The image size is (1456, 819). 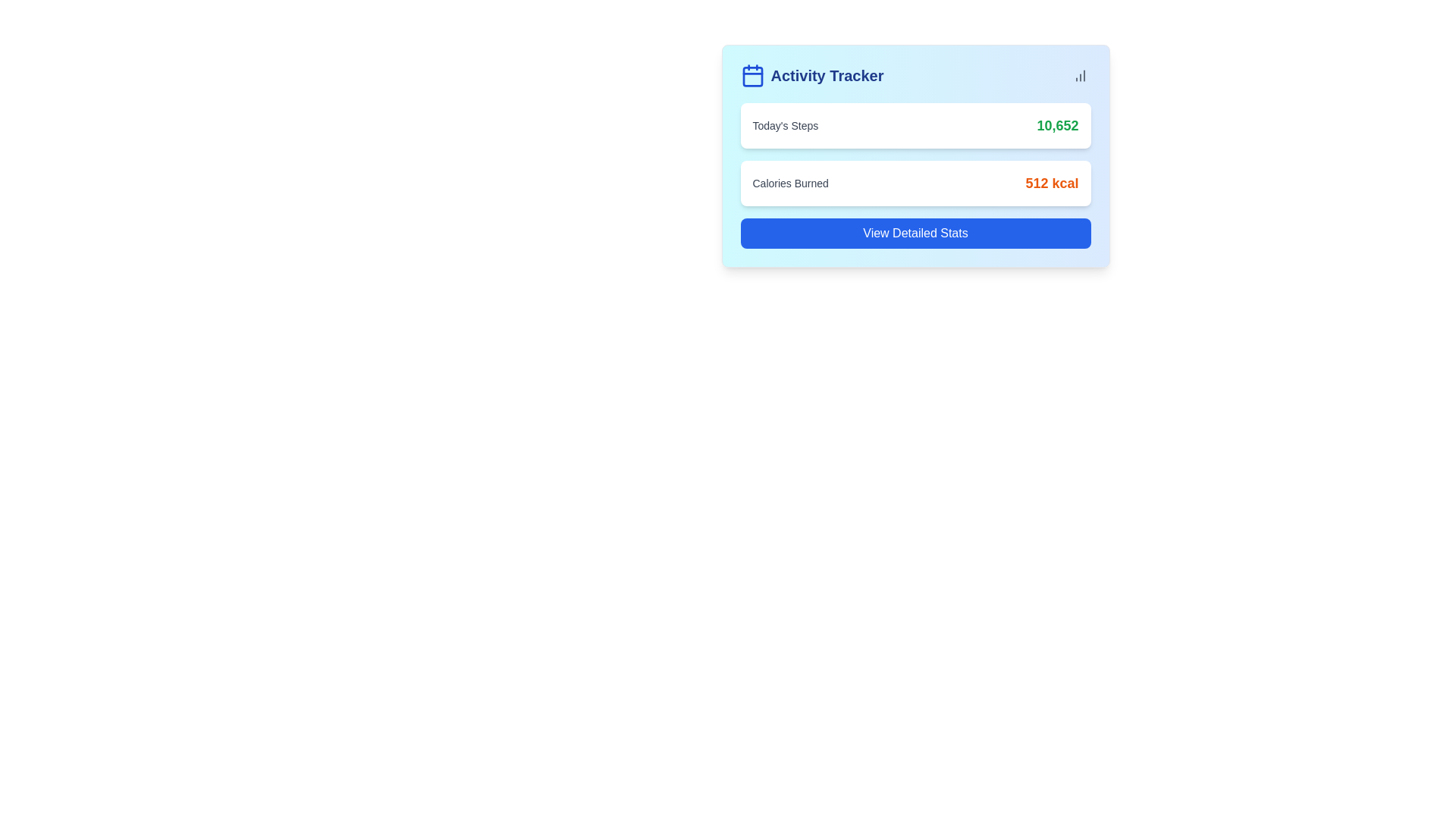 I want to click on the bar chart icon button located in the upper-right corner of the blue-themed activity tracker card, so click(x=1079, y=76).